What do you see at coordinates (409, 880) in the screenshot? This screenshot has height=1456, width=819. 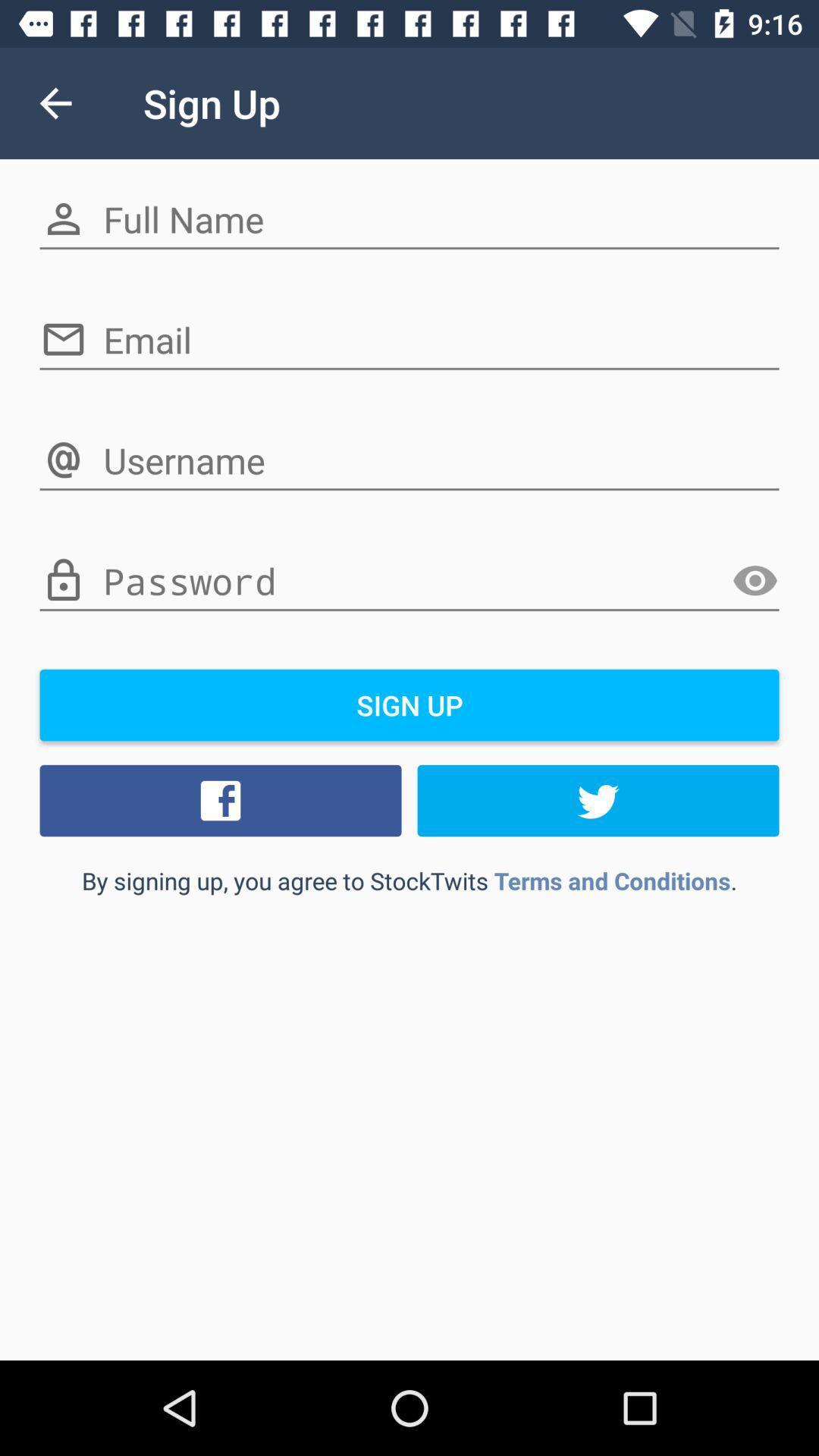 I see `the by signing up item` at bounding box center [409, 880].